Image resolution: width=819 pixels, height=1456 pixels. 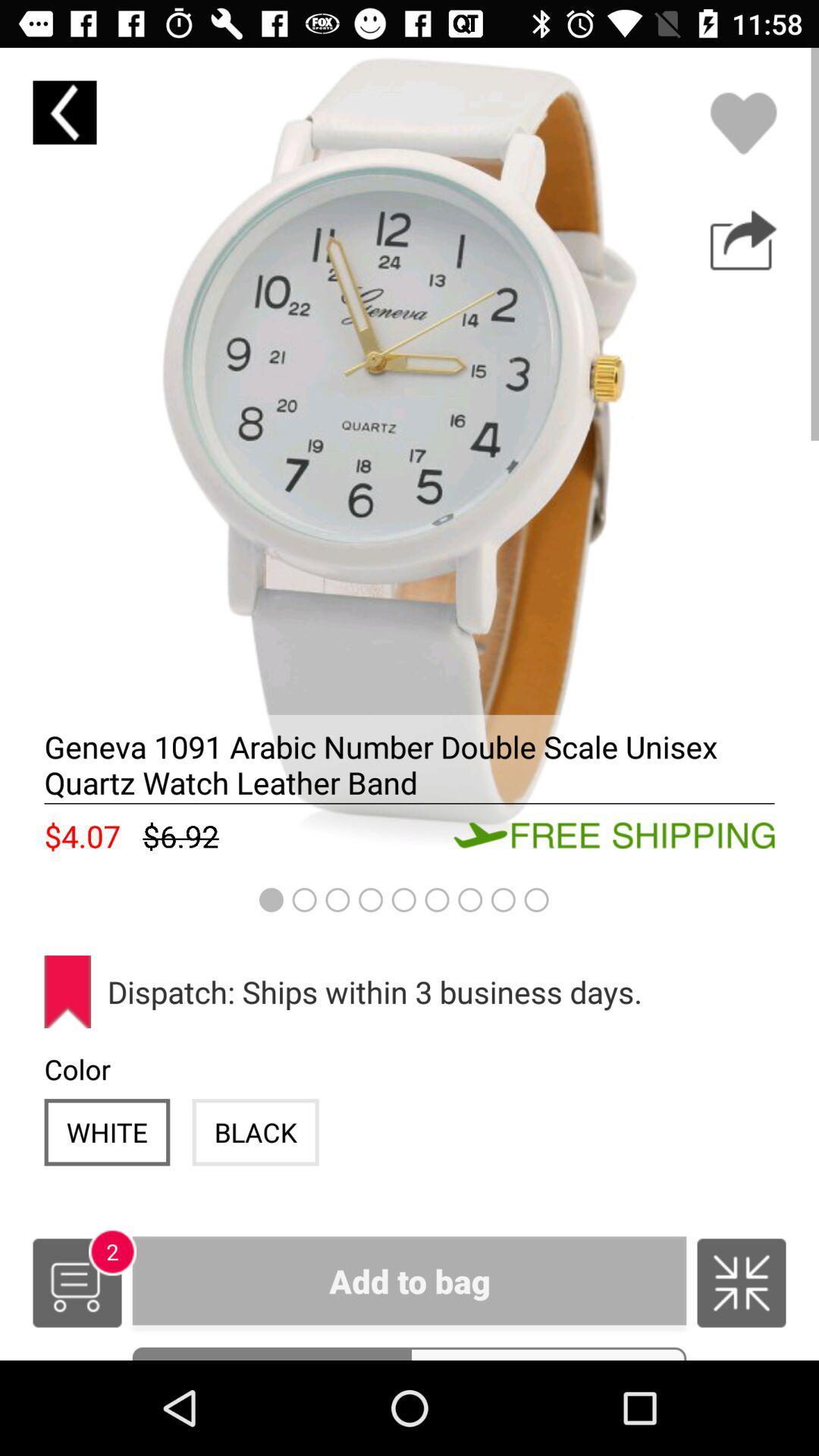 What do you see at coordinates (77, 1282) in the screenshot?
I see `cart` at bounding box center [77, 1282].